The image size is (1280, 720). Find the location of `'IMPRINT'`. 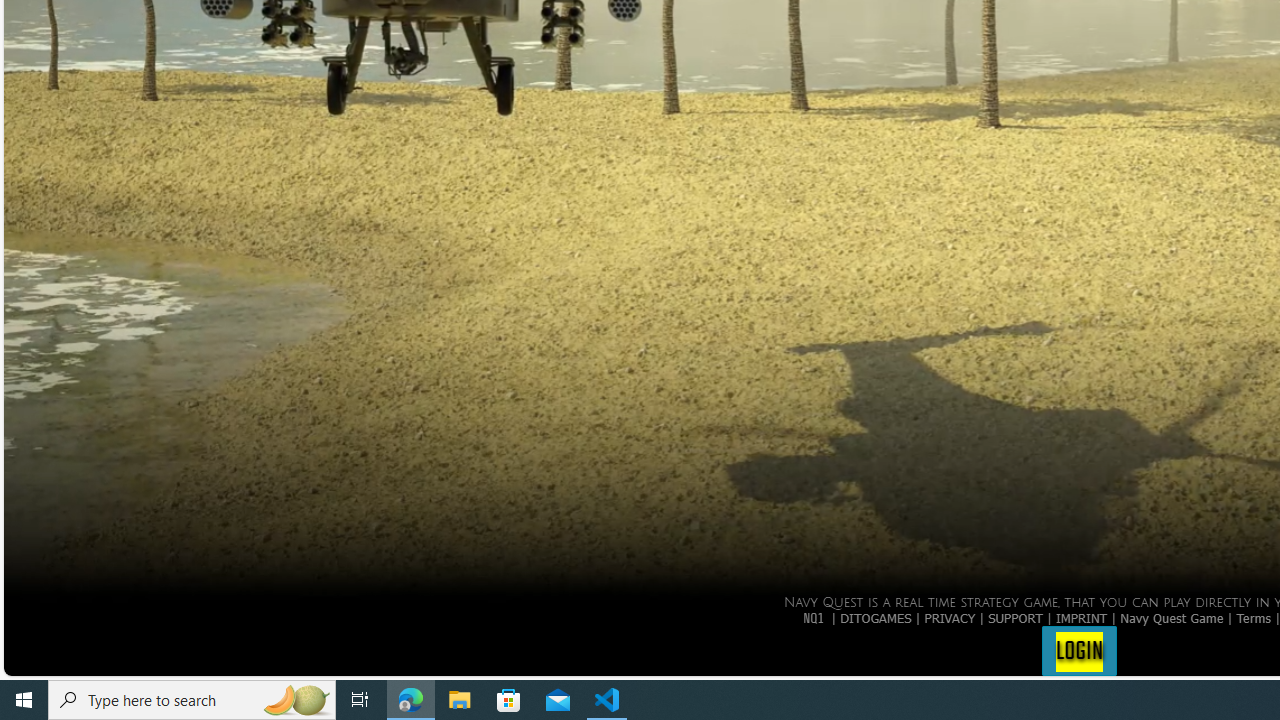

'IMPRINT' is located at coordinates (1080, 616).